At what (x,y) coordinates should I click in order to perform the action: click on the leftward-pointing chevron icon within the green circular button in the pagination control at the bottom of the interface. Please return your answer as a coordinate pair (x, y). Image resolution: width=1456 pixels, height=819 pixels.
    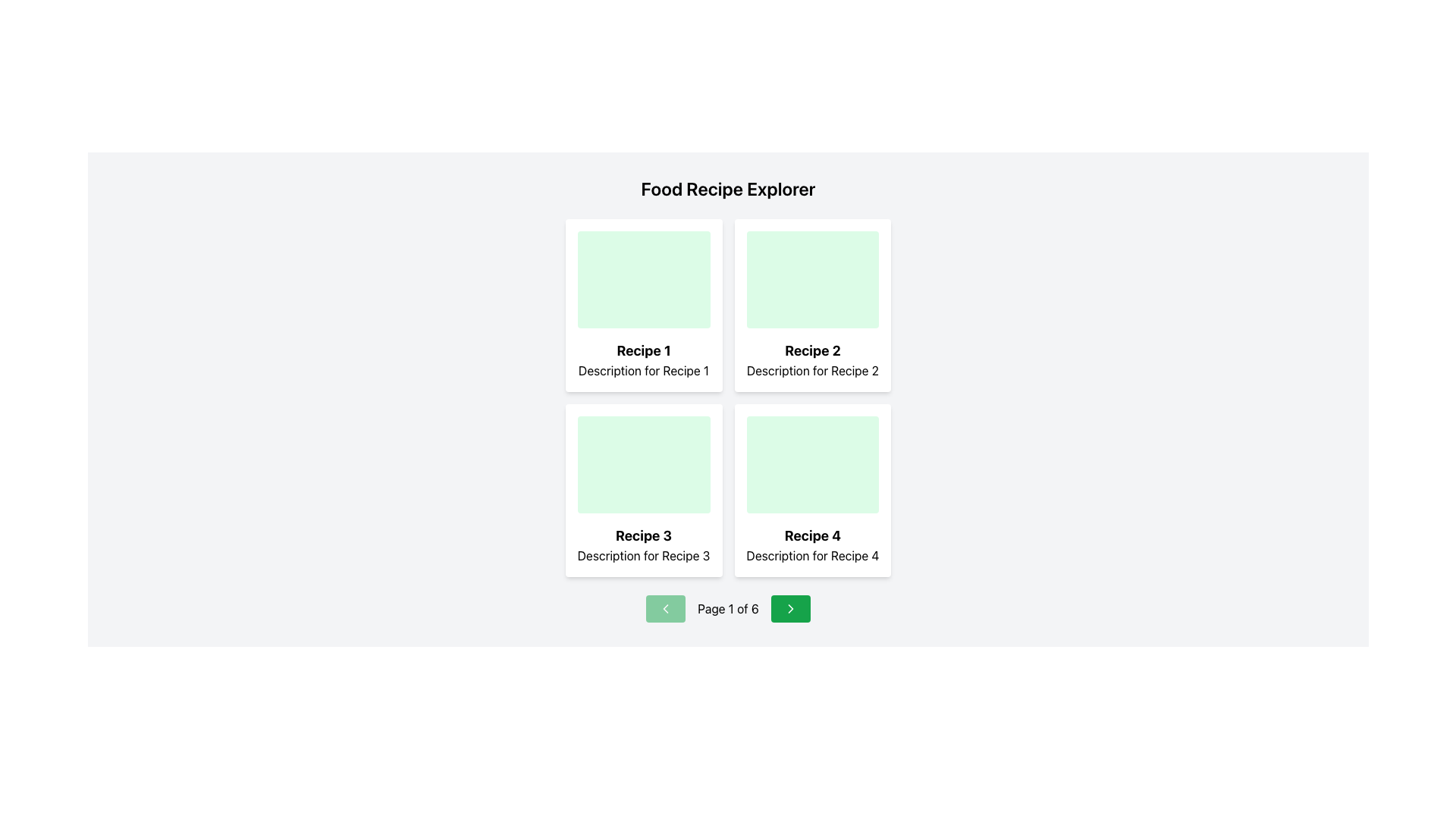
    Looking at the image, I should click on (666, 607).